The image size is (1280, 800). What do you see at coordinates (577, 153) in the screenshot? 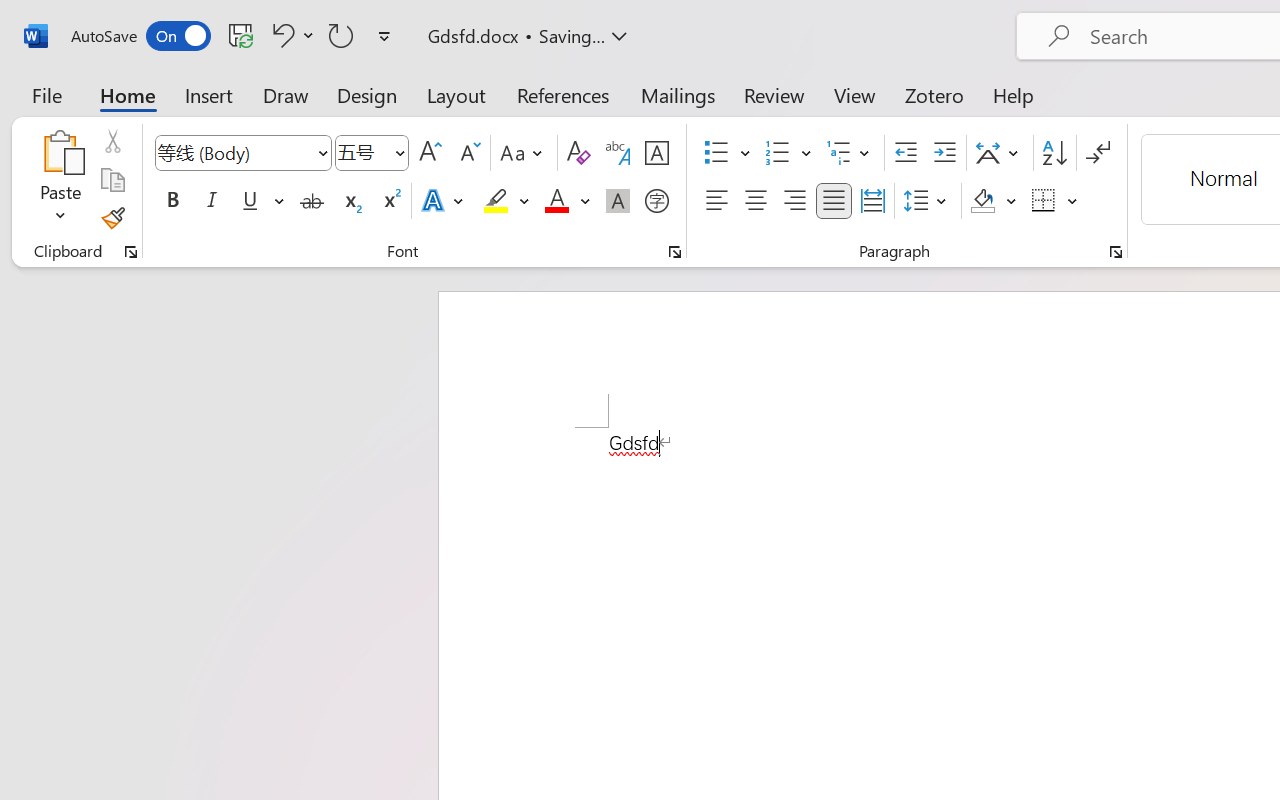
I see `'Clear Formatting'` at bounding box center [577, 153].